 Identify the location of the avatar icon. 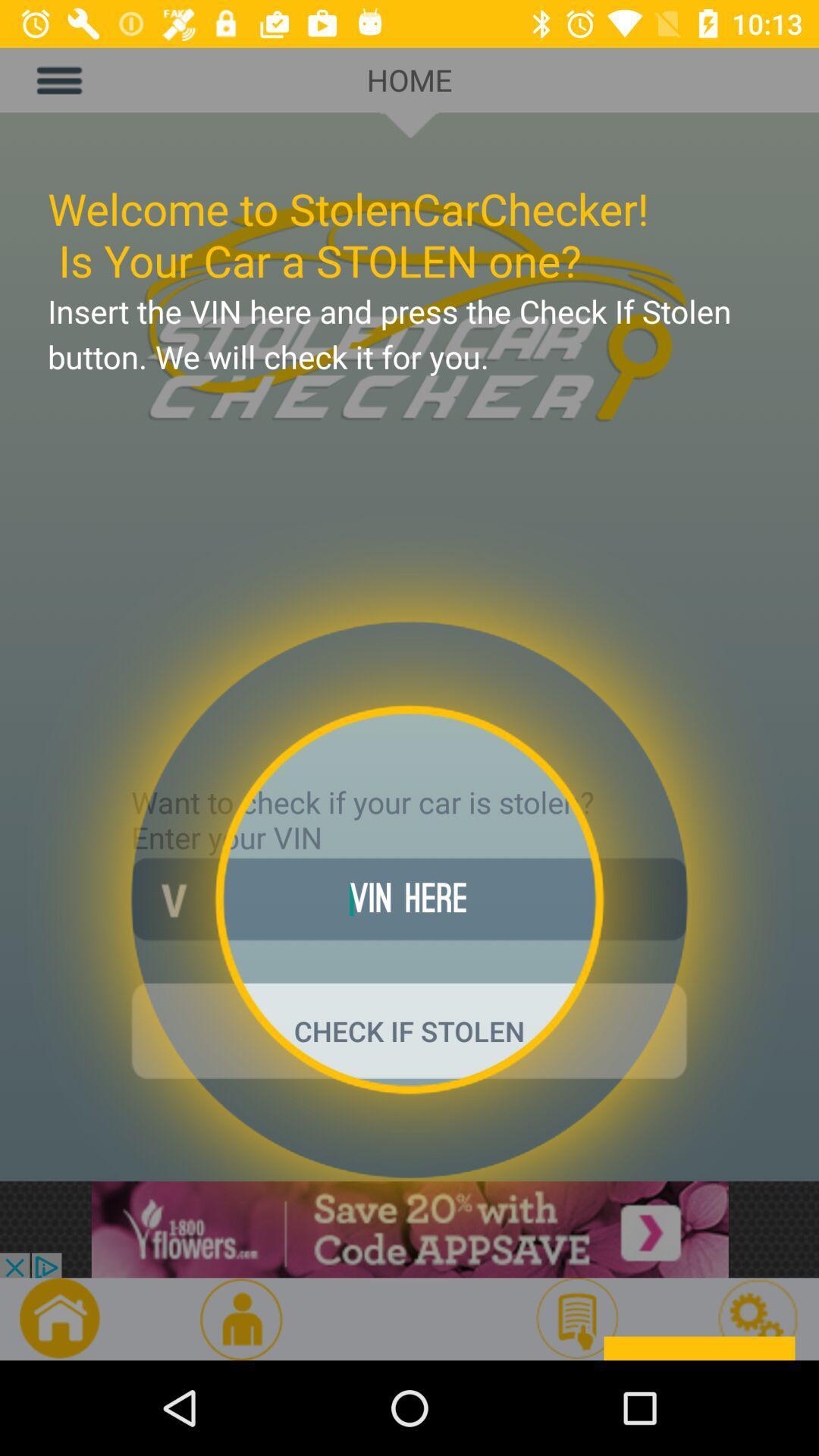
(240, 1318).